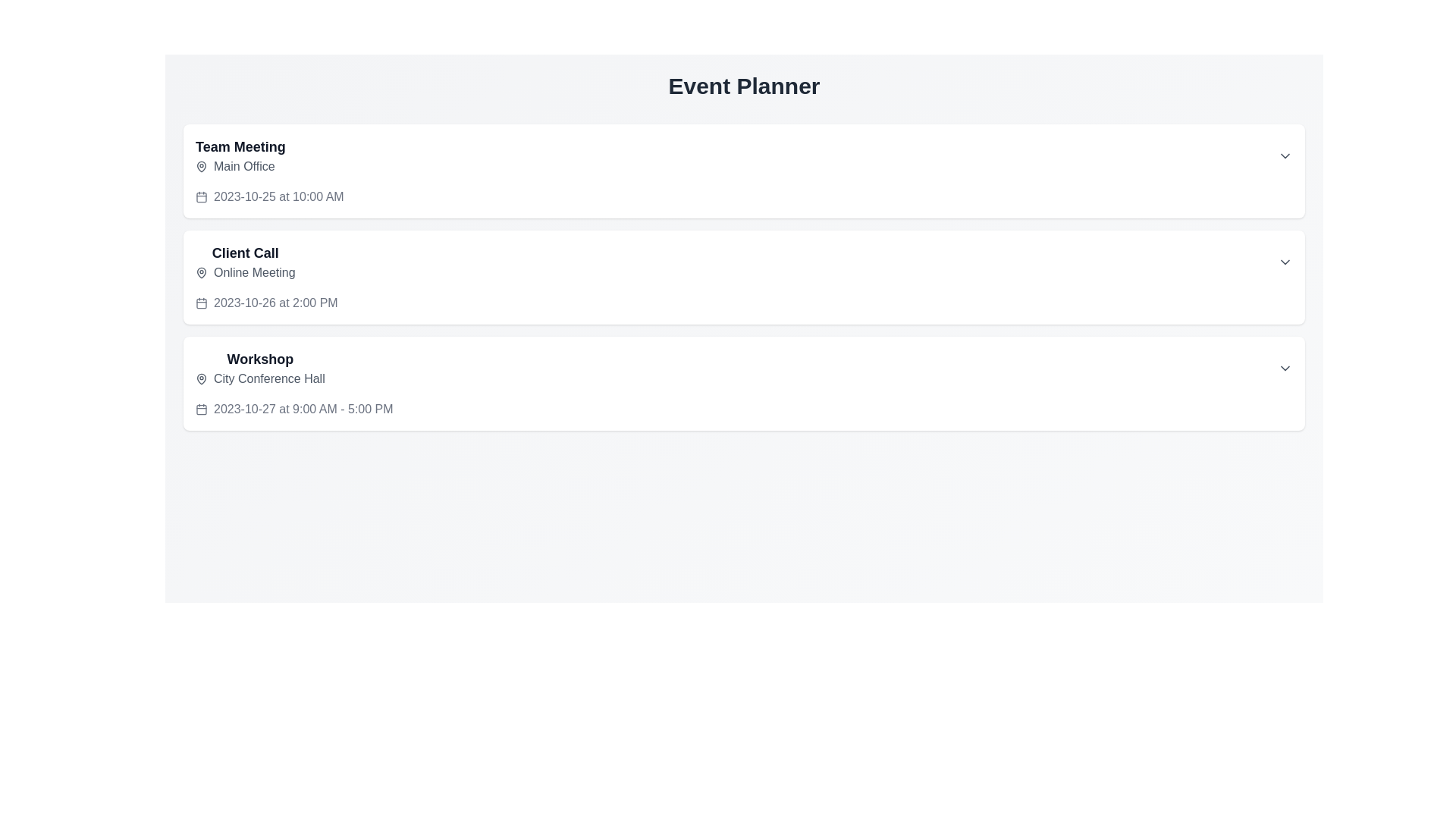  What do you see at coordinates (245, 253) in the screenshot?
I see `the 'Client Call' text label, which is styled with bold typography in dark gray and is positioned within the second event panel` at bounding box center [245, 253].